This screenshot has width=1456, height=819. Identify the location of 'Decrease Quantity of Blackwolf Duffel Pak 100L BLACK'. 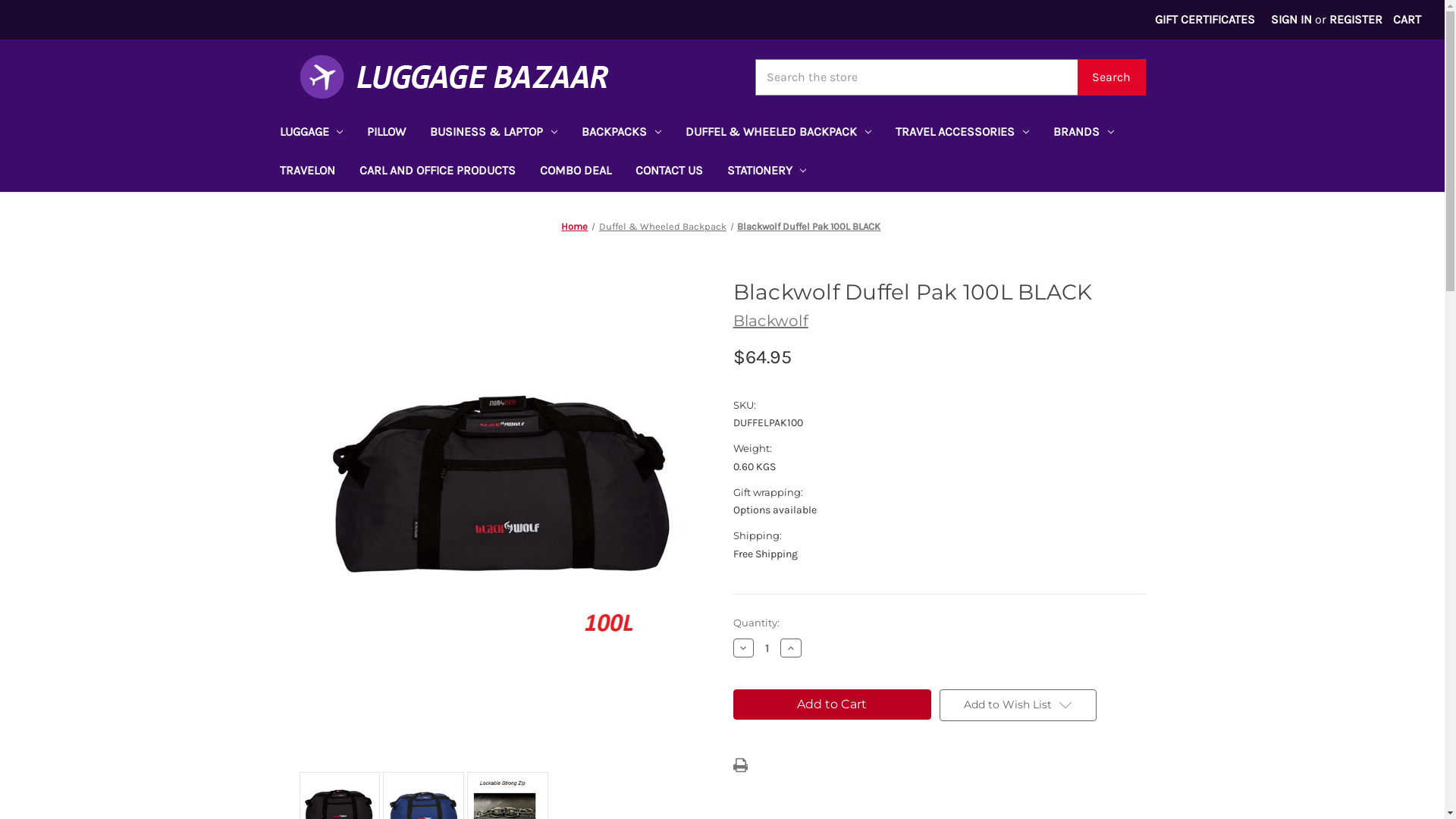
(742, 647).